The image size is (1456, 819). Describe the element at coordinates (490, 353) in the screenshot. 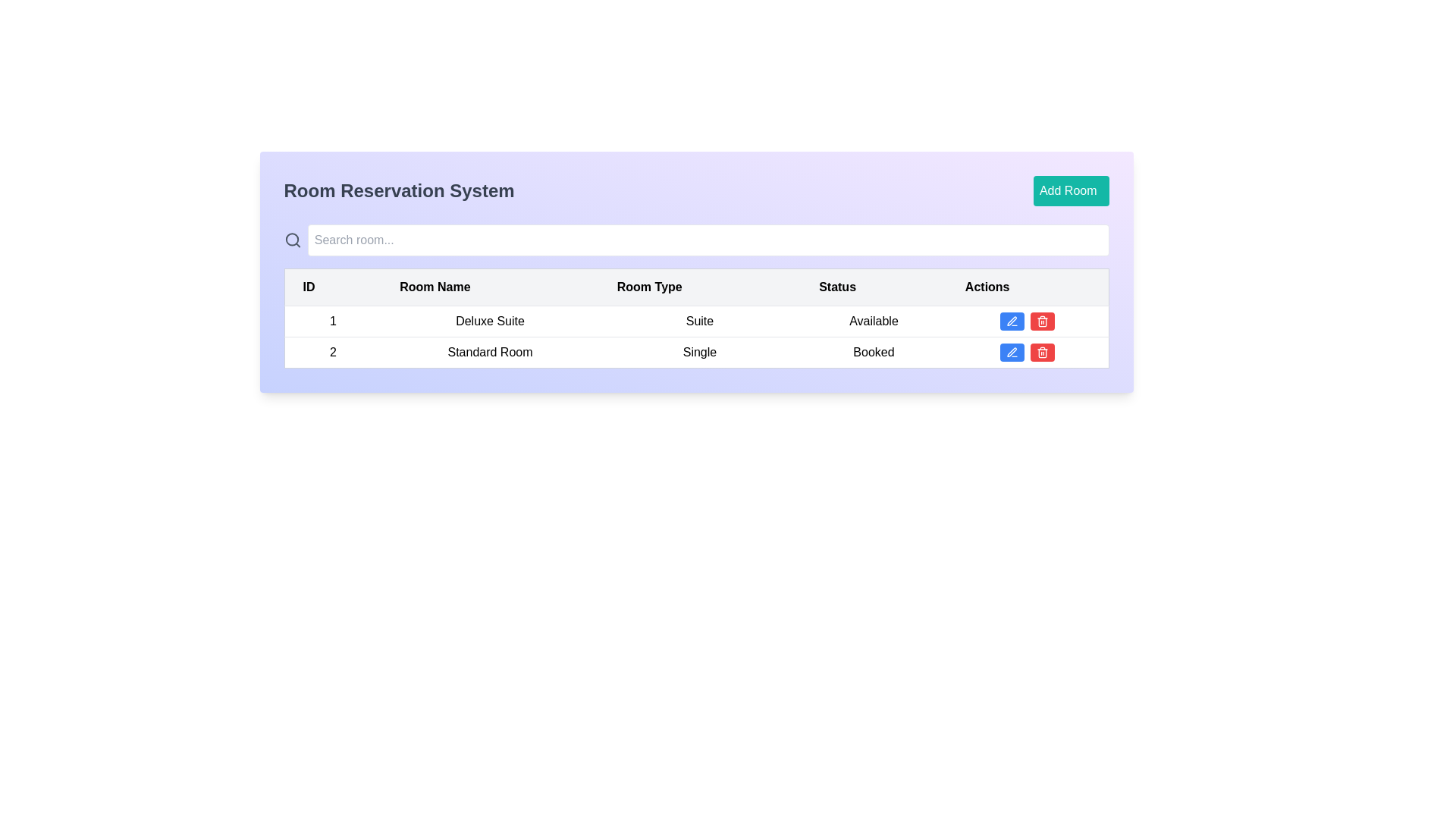

I see `the text label displaying 'Standard Room' in the 'Room Name' column of the table` at that location.